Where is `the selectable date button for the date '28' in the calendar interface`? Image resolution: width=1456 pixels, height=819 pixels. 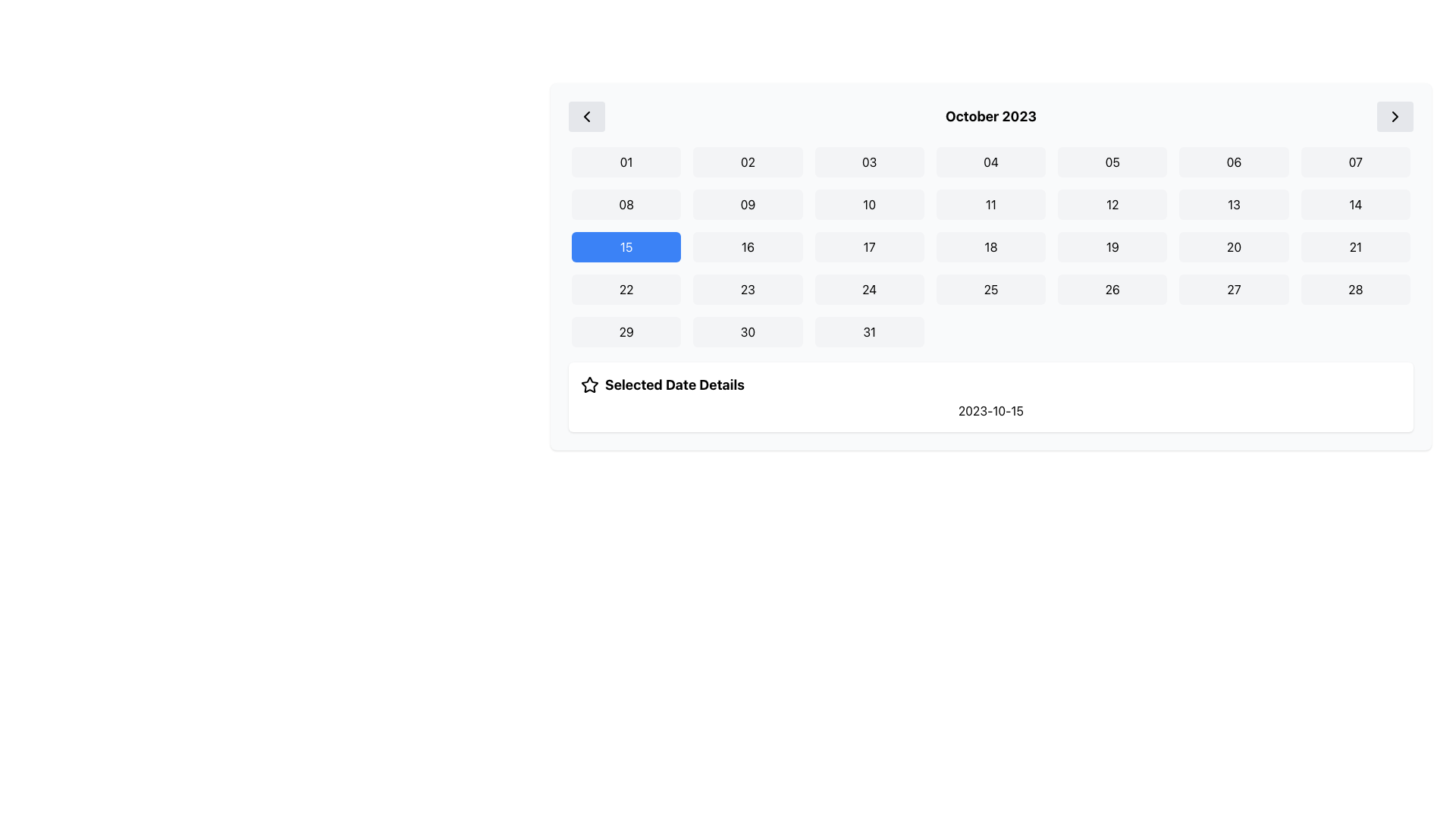
the selectable date button for the date '28' in the calendar interface is located at coordinates (1355, 289).